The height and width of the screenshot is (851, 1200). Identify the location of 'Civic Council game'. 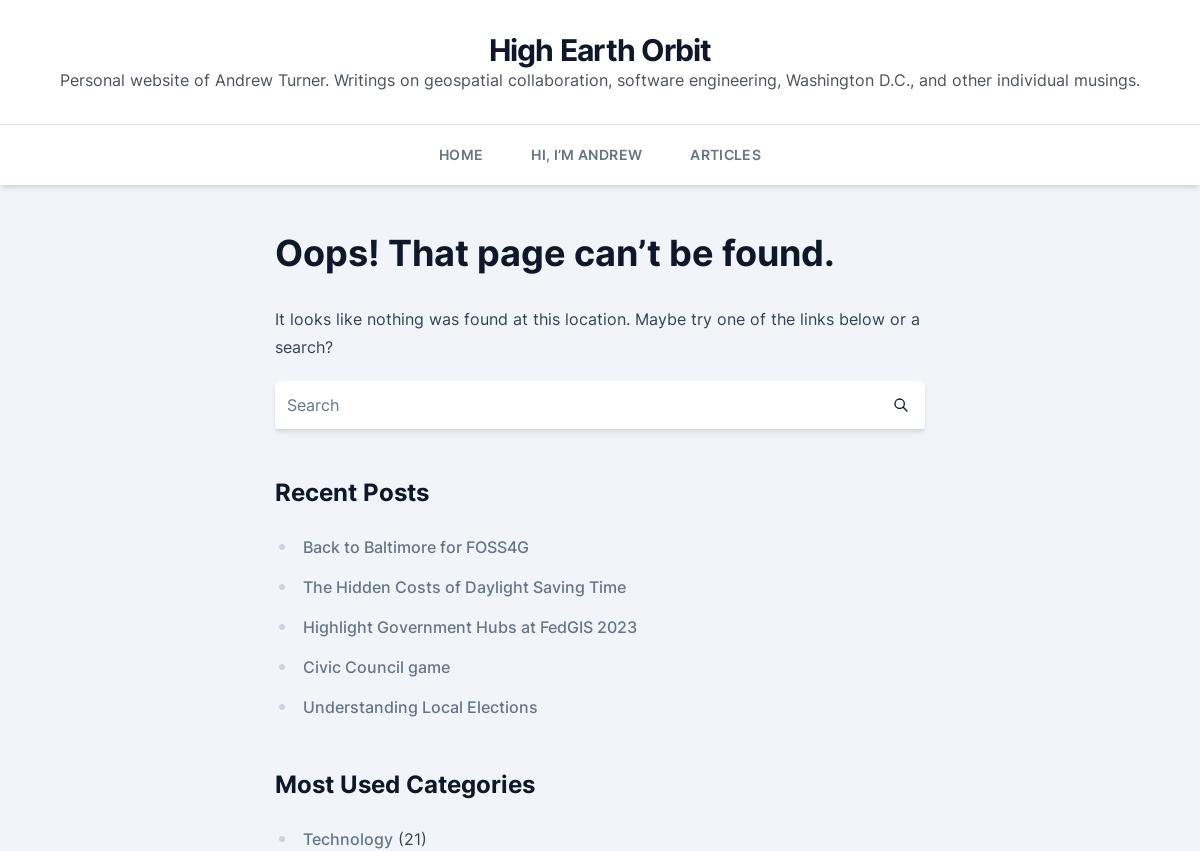
(376, 665).